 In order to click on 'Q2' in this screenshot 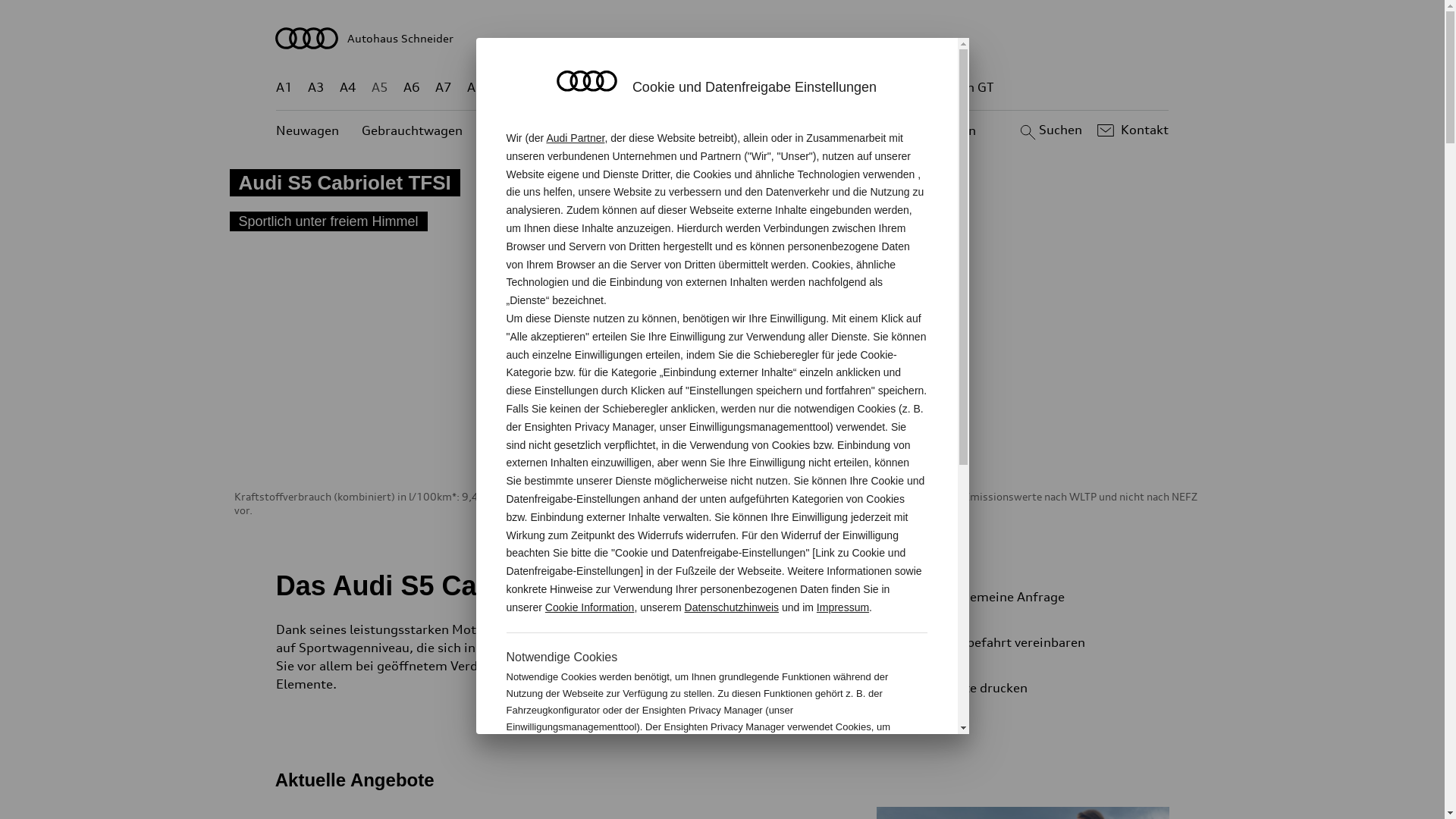, I will do `click(507, 87)`.